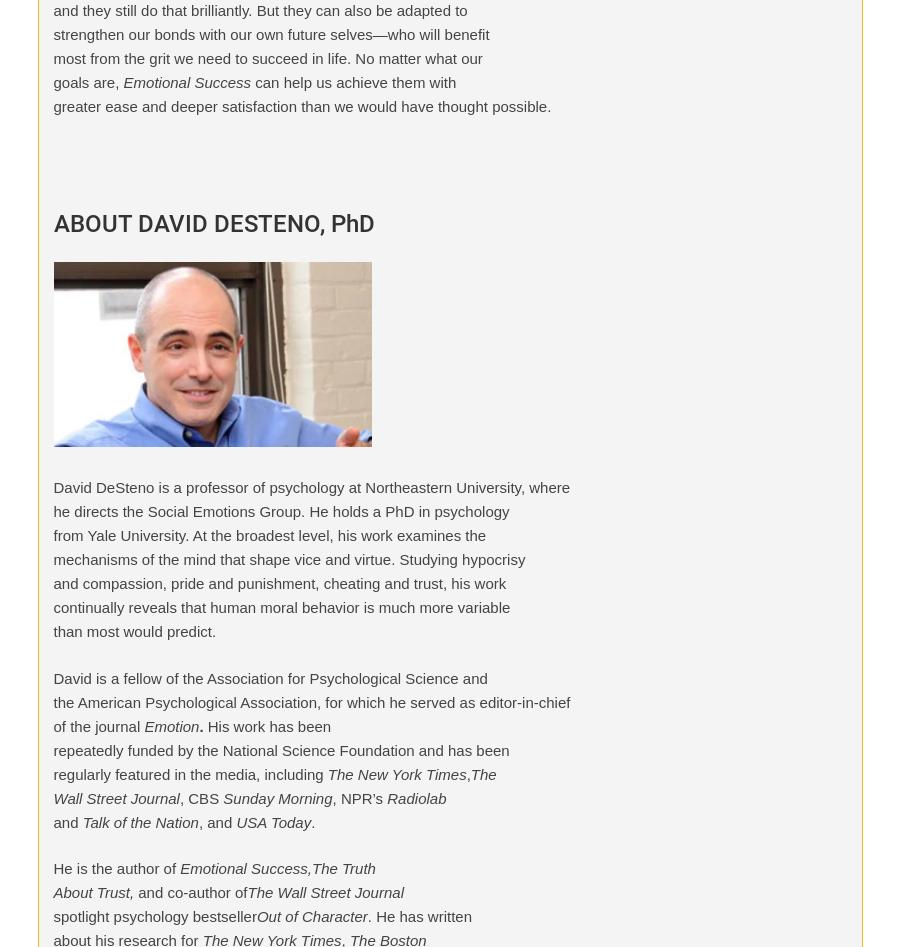 This screenshot has width=900, height=947. What do you see at coordinates (630, 21) in the screenshot?
I see `'MentorCoach'` at bounding box center [630, 21].